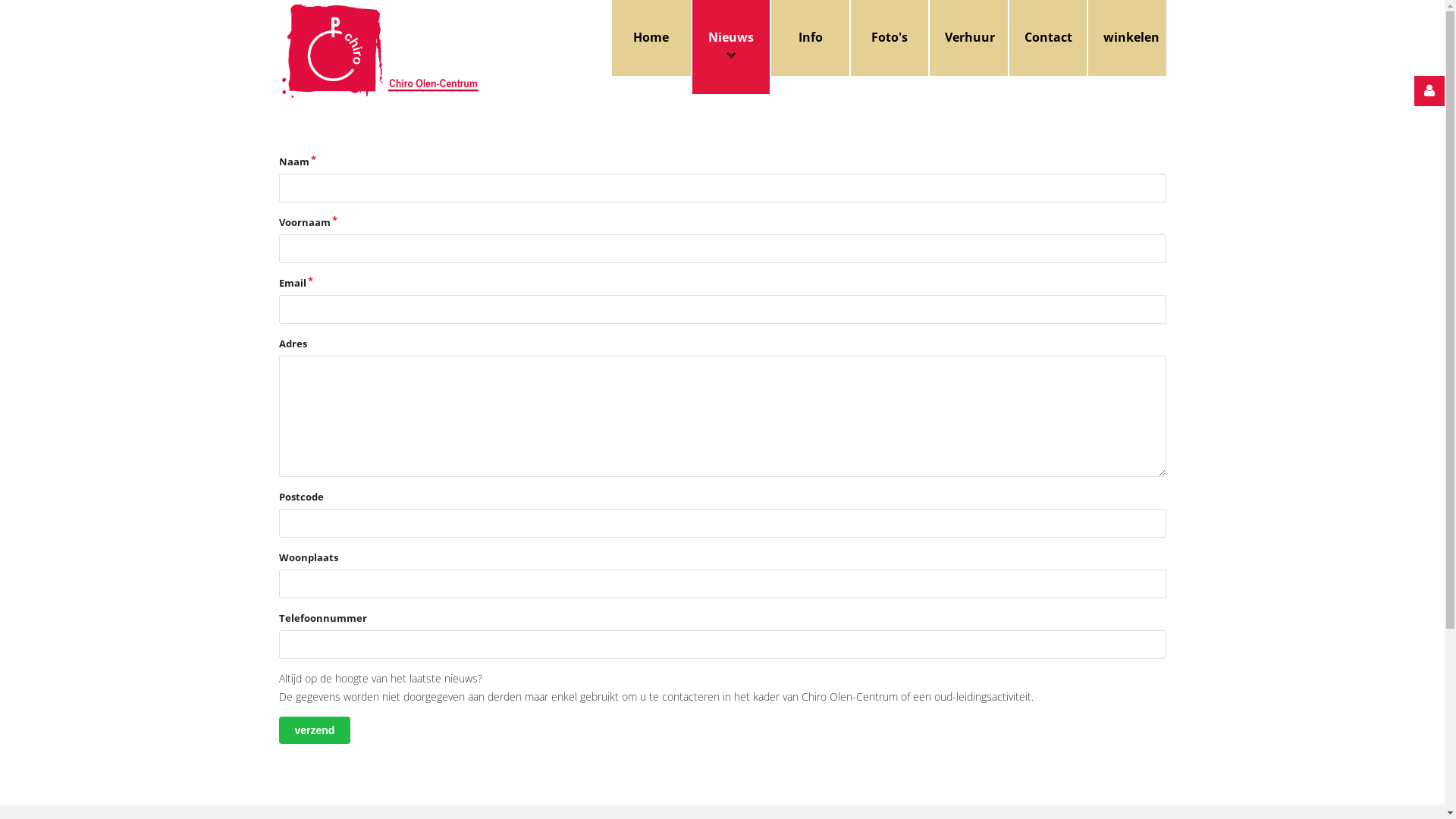 Image resolution: width=1456 pixels, height=819 pixels. Describe the element at coordinates (314, 730) in the screenshot. I see `'verzend'` at that location.